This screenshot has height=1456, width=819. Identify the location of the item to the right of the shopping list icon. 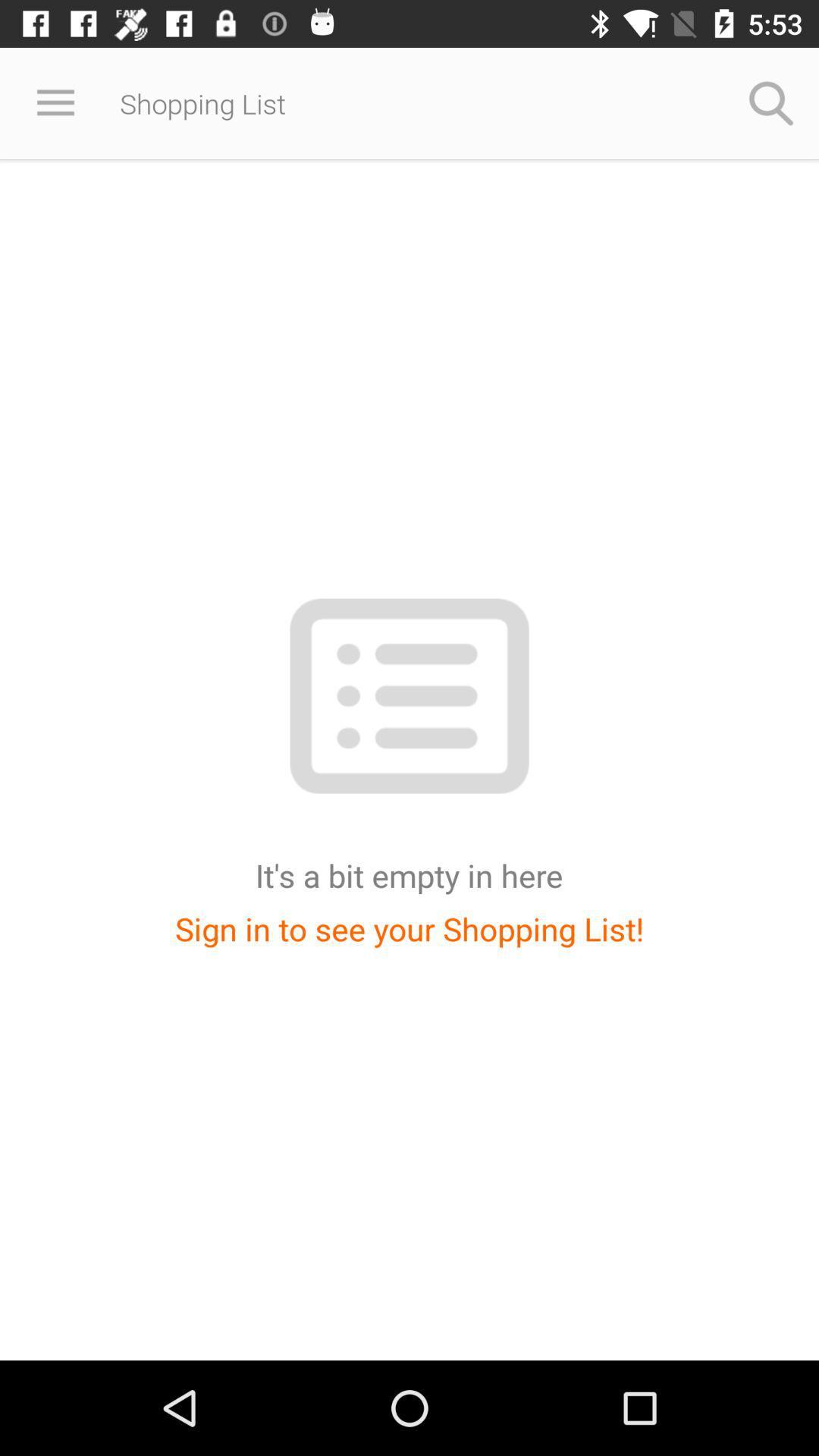
(771, 102).